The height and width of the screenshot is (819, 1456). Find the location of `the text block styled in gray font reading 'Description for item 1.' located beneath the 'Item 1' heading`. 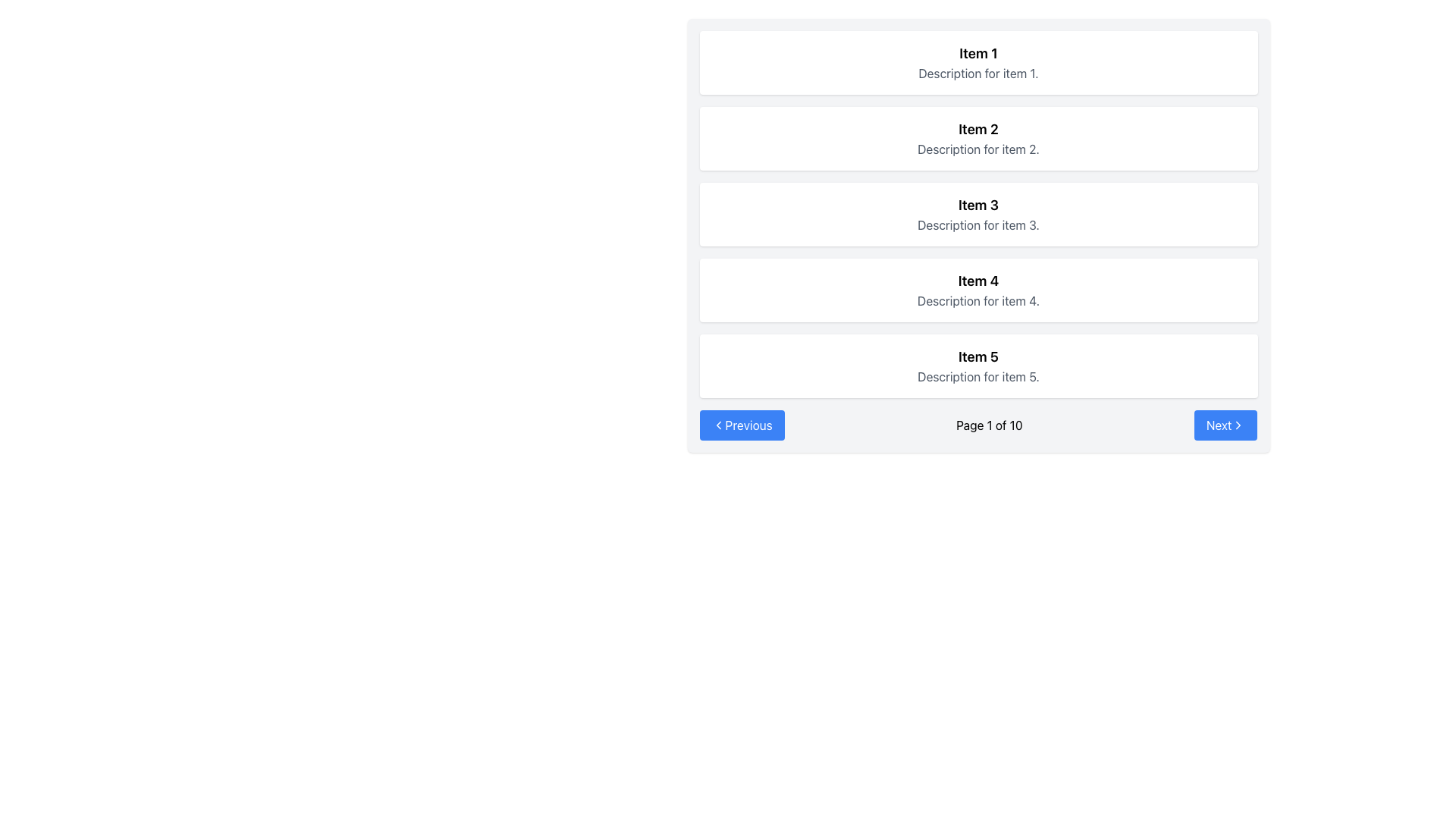

the text block styled in gray font reading 'Description for item 1.' located beneath the 'Item 1' heading is located at coordinates (978, 73).